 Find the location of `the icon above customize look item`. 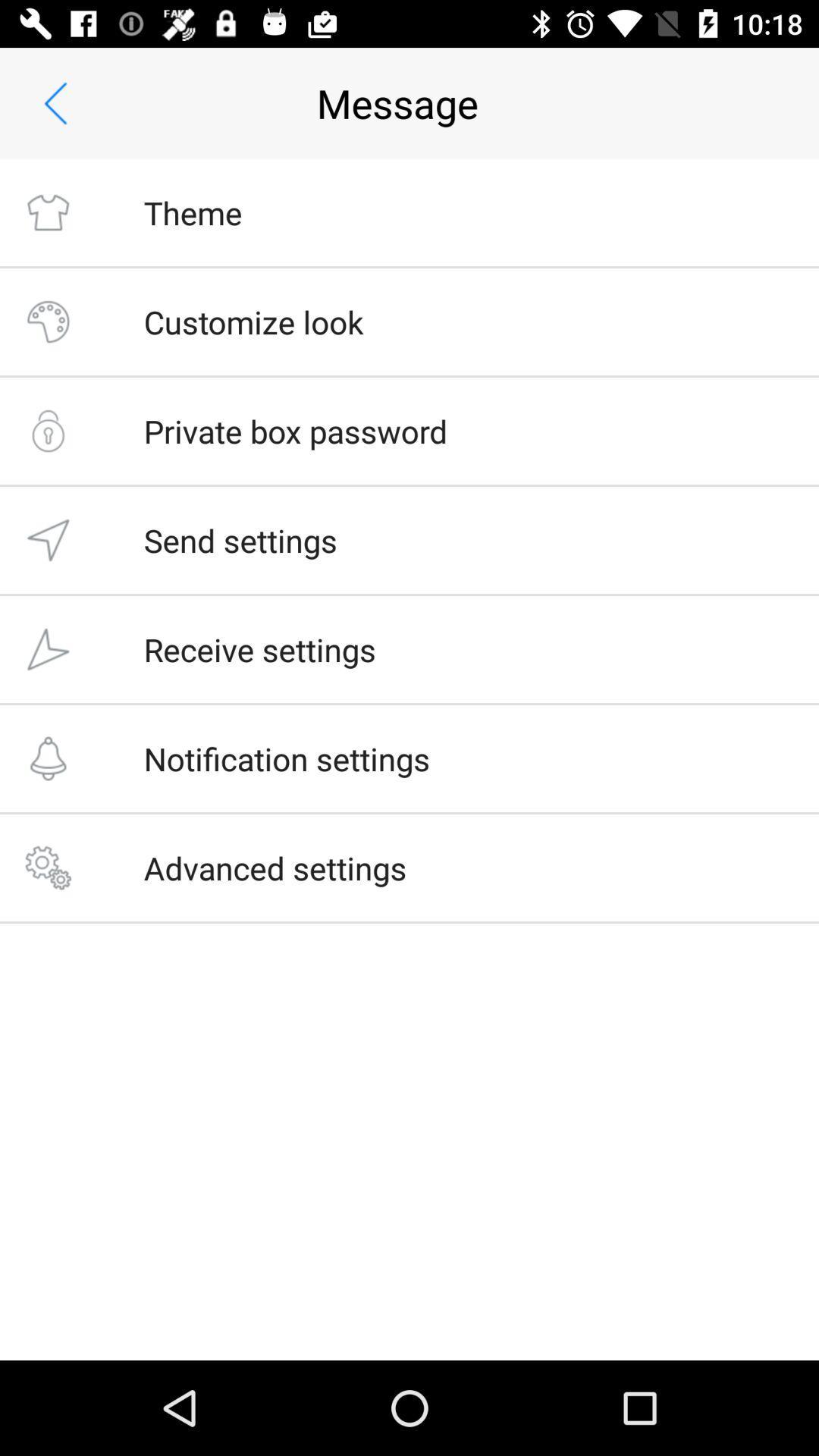

the icon above customize look item is located at coordinates (192, 212).